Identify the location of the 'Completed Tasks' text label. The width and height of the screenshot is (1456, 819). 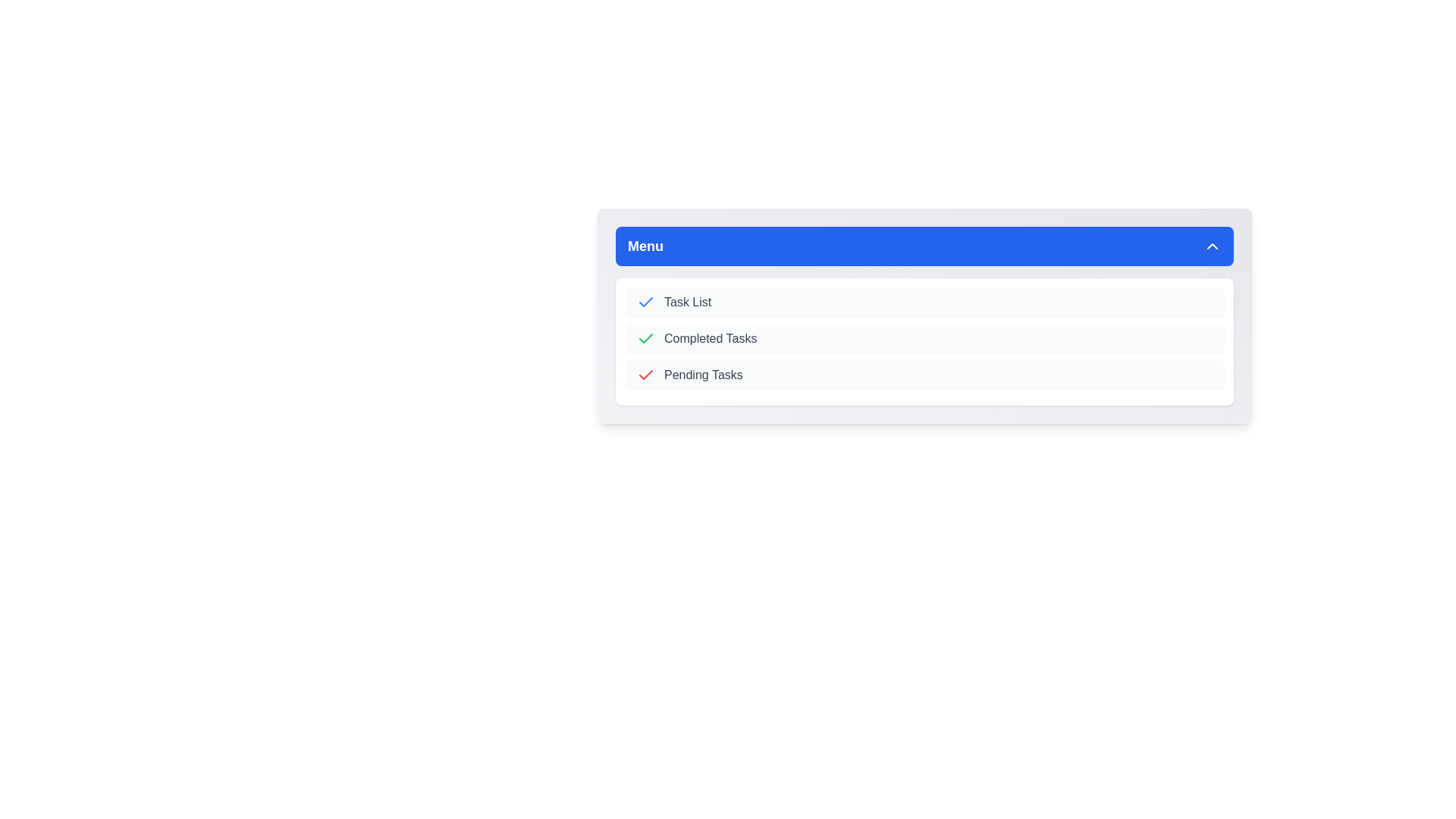
(710, 338).